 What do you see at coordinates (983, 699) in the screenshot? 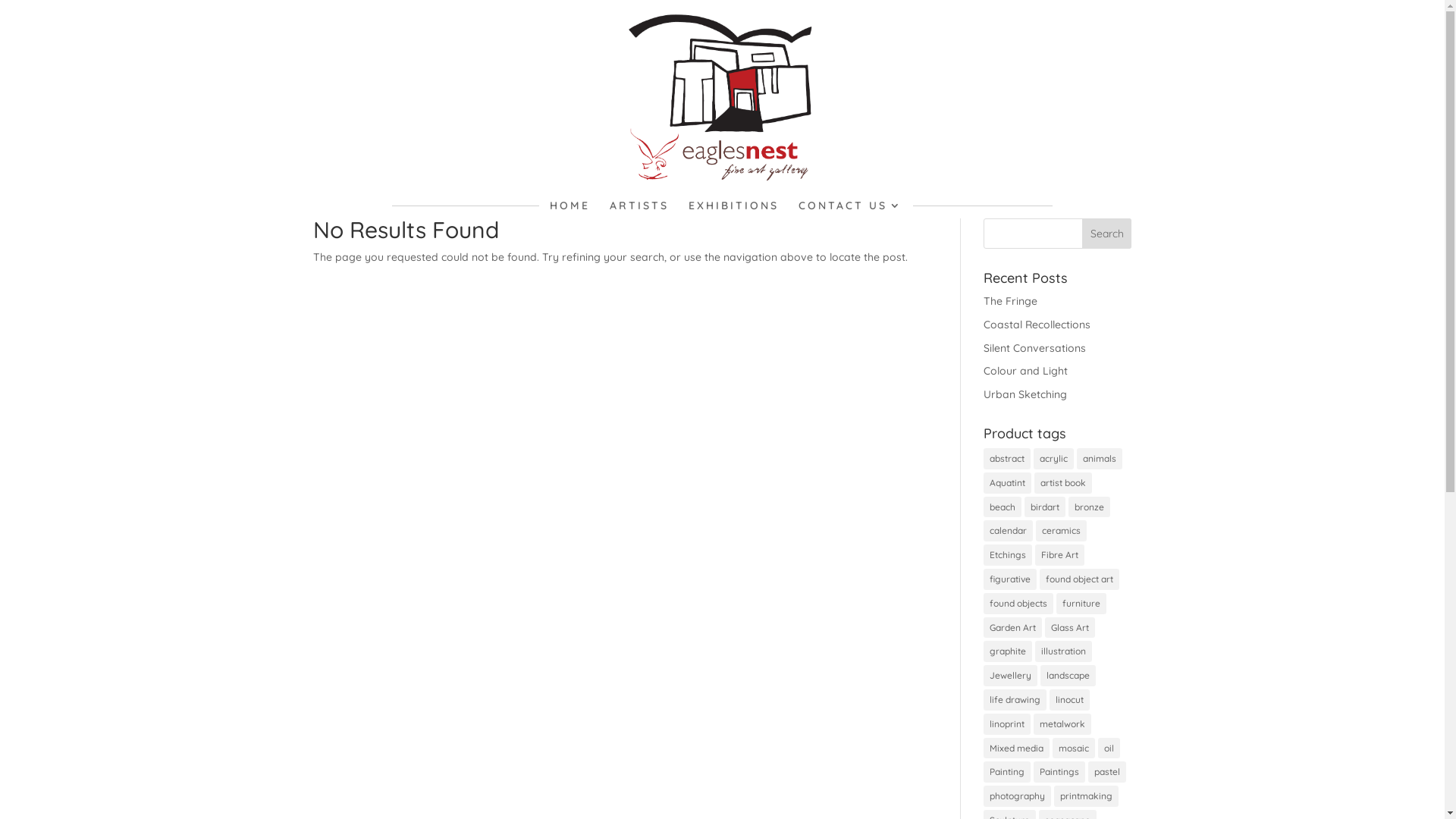
I see `'life drawing'` at bounding box center [983, 699].